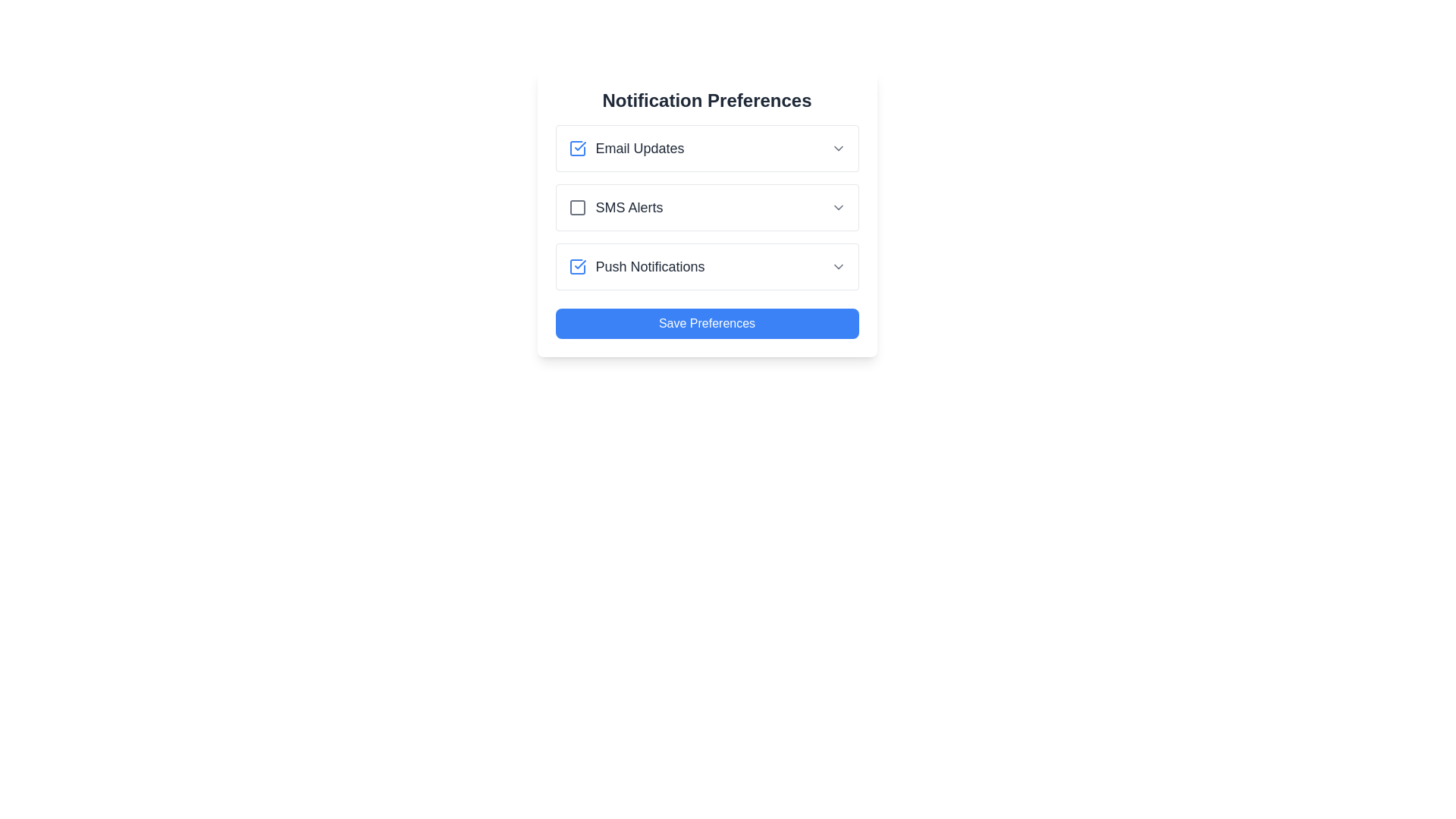  I want to click on the static text element that reads 'Notification Preferences', which is styled in bold and large font, located at the top of the Notification Preferences section, so click(706, 100).